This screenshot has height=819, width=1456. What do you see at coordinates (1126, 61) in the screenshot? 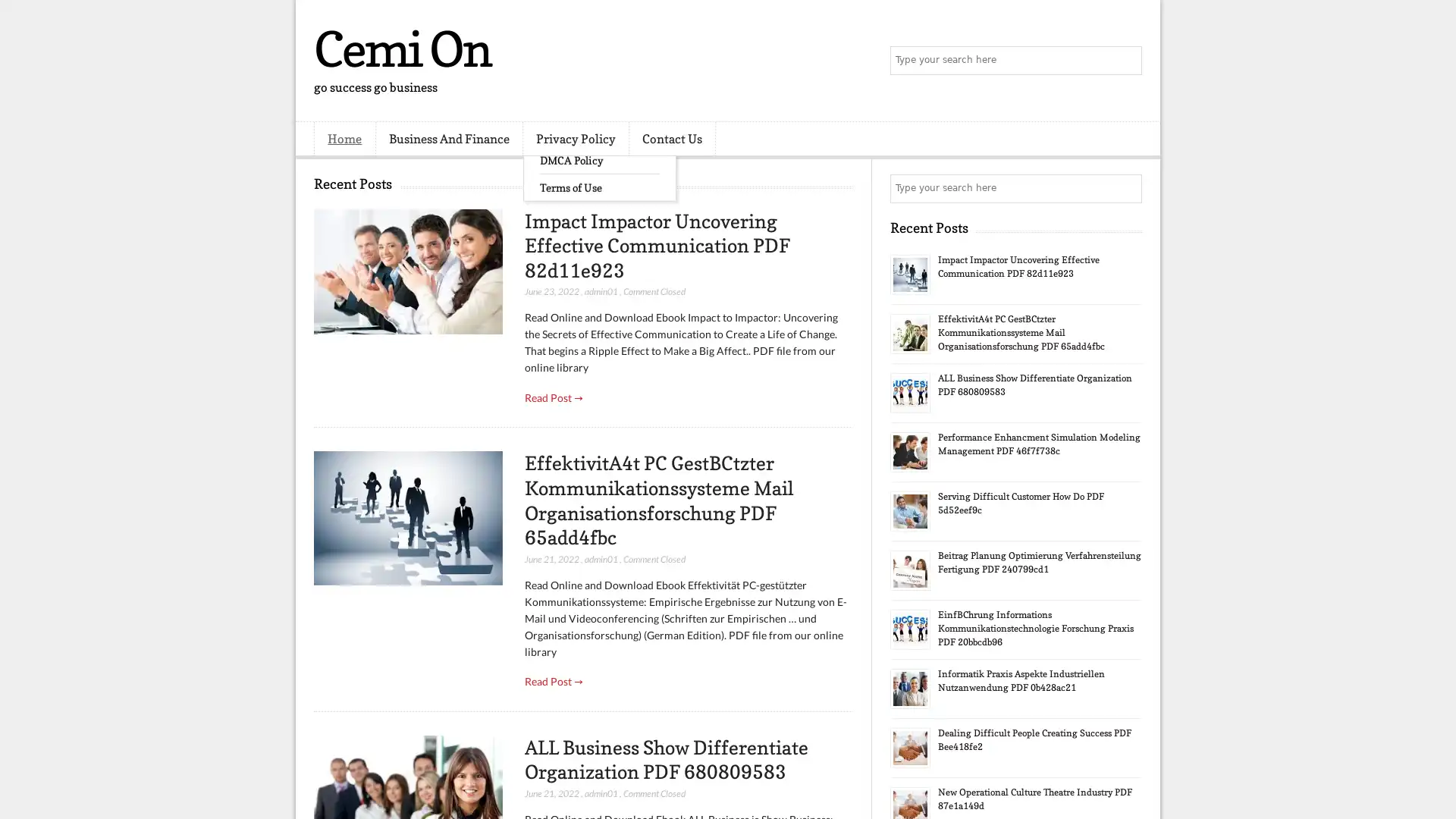
I see `Search` at bounding box center [1126, 61].